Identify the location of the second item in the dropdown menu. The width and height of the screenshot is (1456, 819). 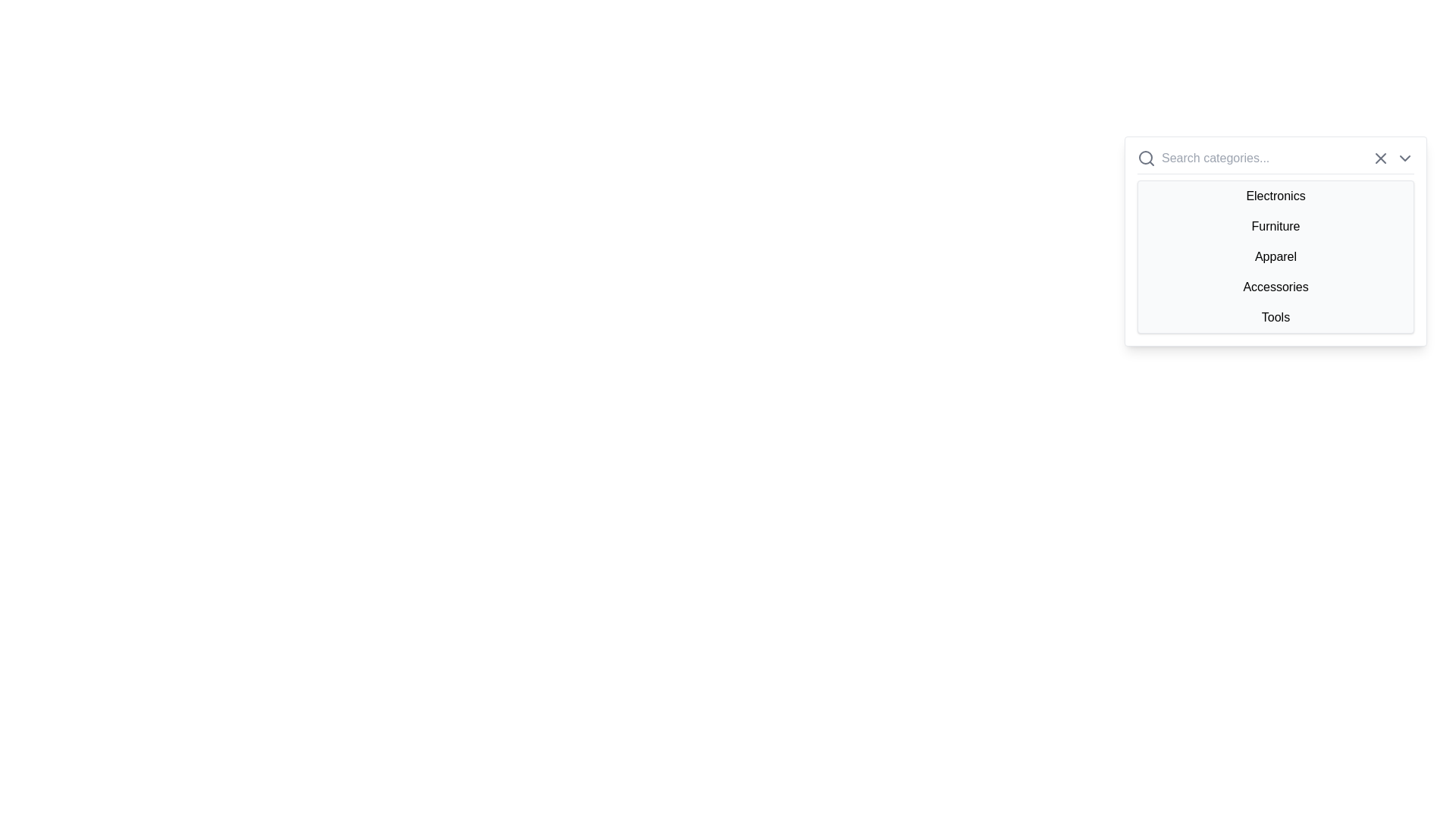
(1275, 227).